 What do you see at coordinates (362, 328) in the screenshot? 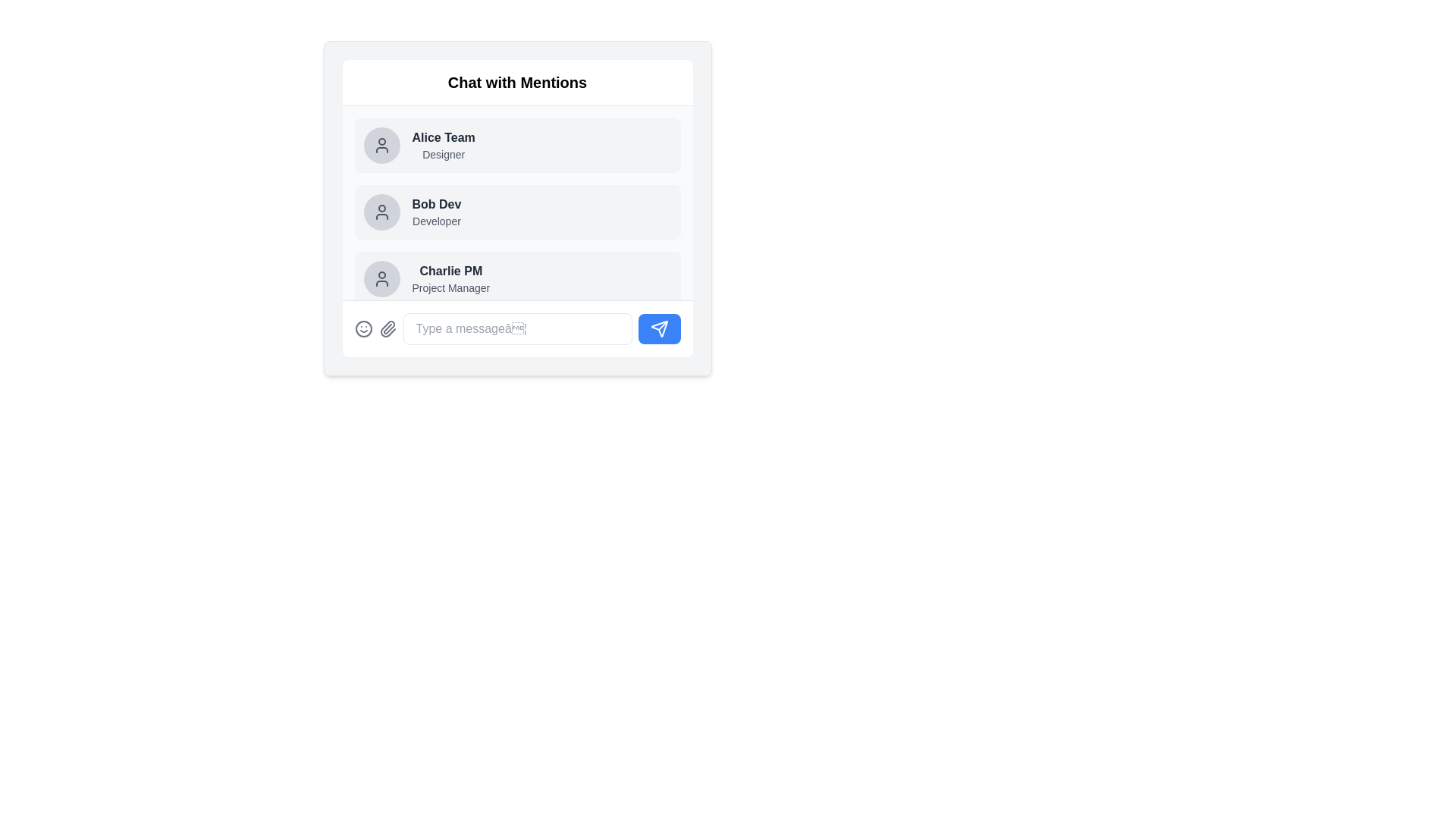
I see `the first interactive button with an icon on the far left of the horizontal row located at the bottom of the chat interface, which is designed to invoke emotional reactions` at bounding box center [362, 328].